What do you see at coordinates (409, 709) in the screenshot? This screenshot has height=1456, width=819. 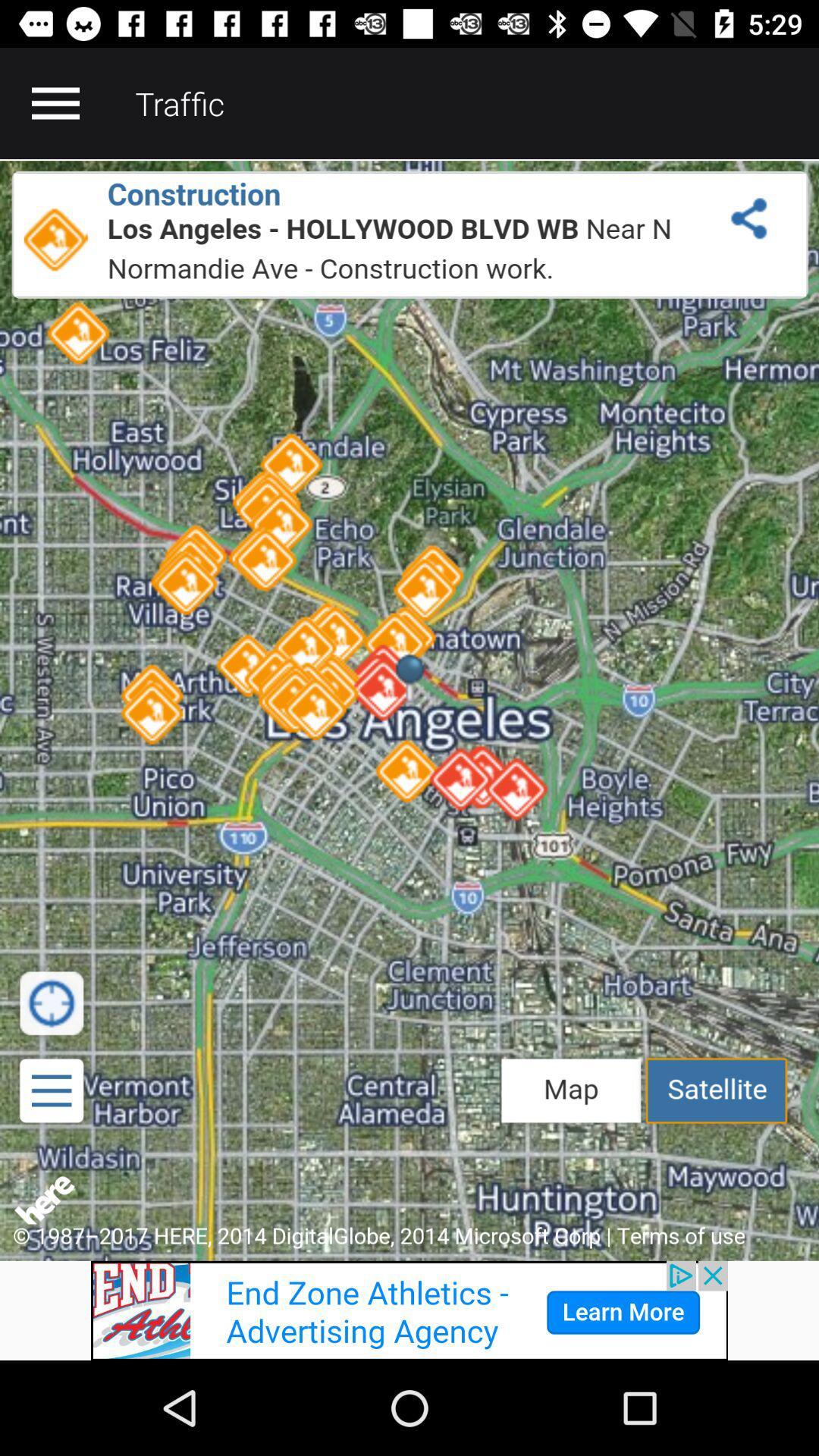 I see `google map` at bounding box center [409, 709].